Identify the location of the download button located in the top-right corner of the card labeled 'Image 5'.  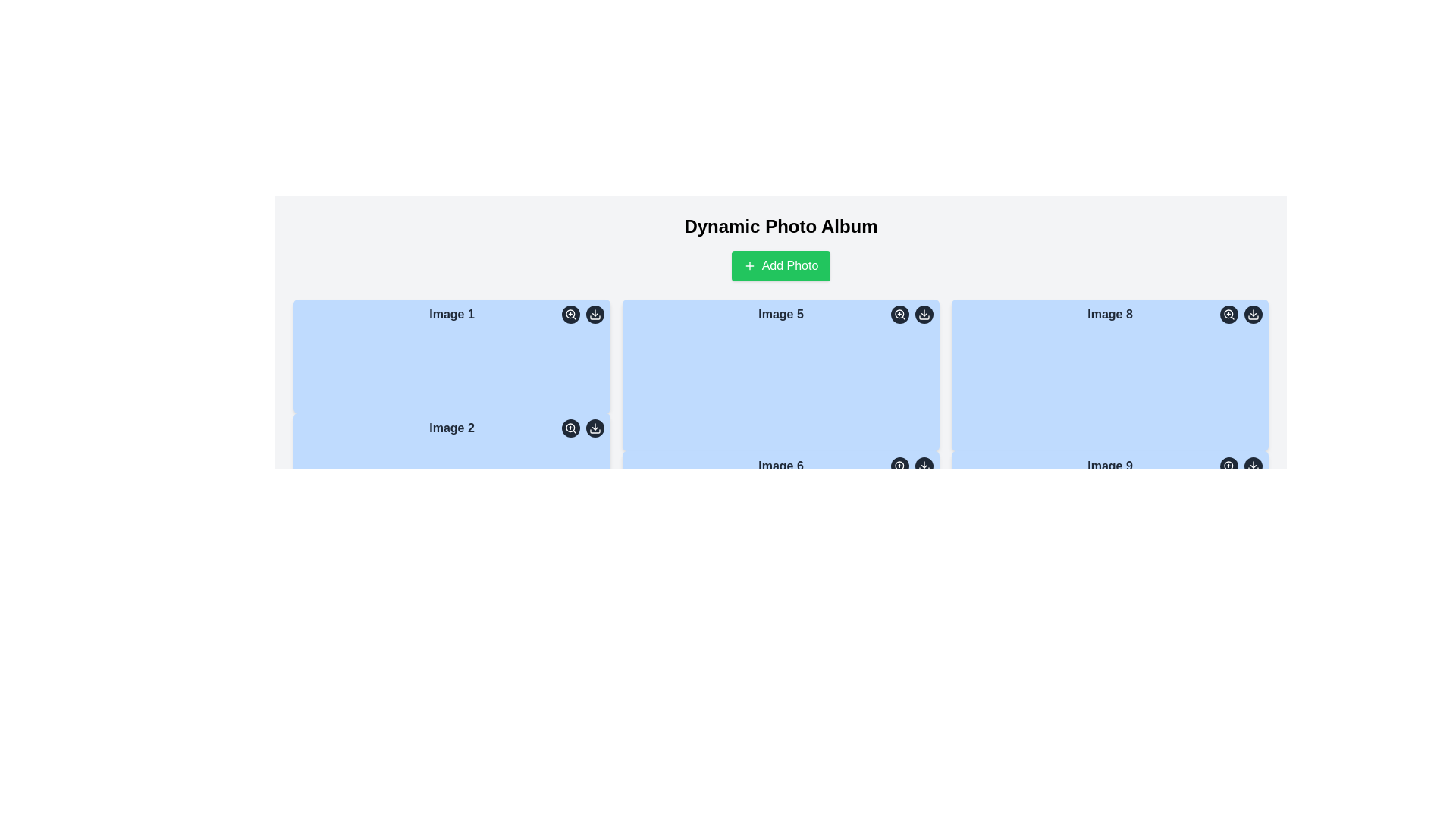
(924, 314).